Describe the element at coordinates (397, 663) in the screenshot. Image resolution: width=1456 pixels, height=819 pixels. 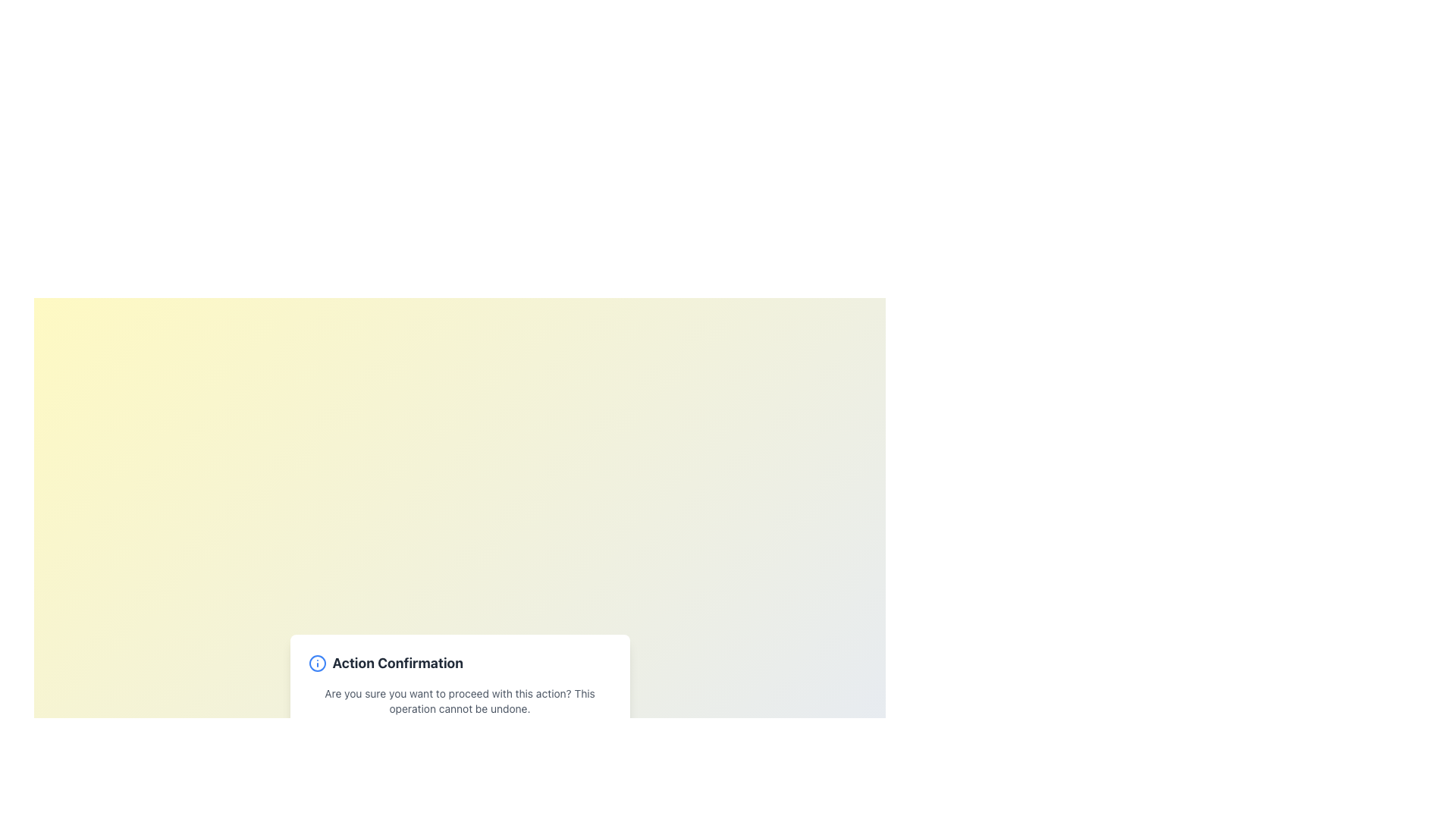
I see `header text of the confirmation dialog located at the center-bottom region of the interface, above a descriptive paragraph` at that location.